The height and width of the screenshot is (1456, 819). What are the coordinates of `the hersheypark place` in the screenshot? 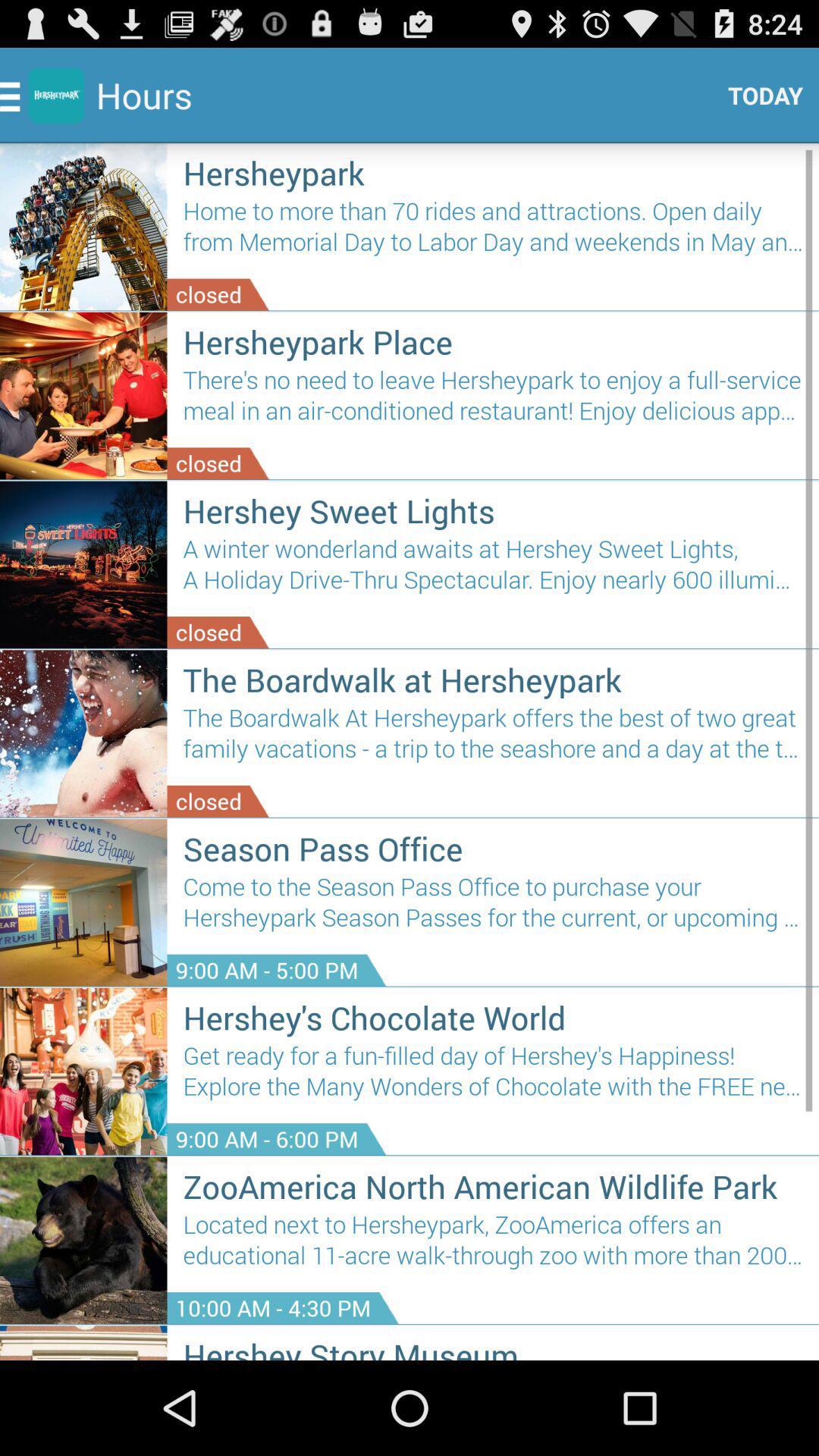 It's located at (493, 340).